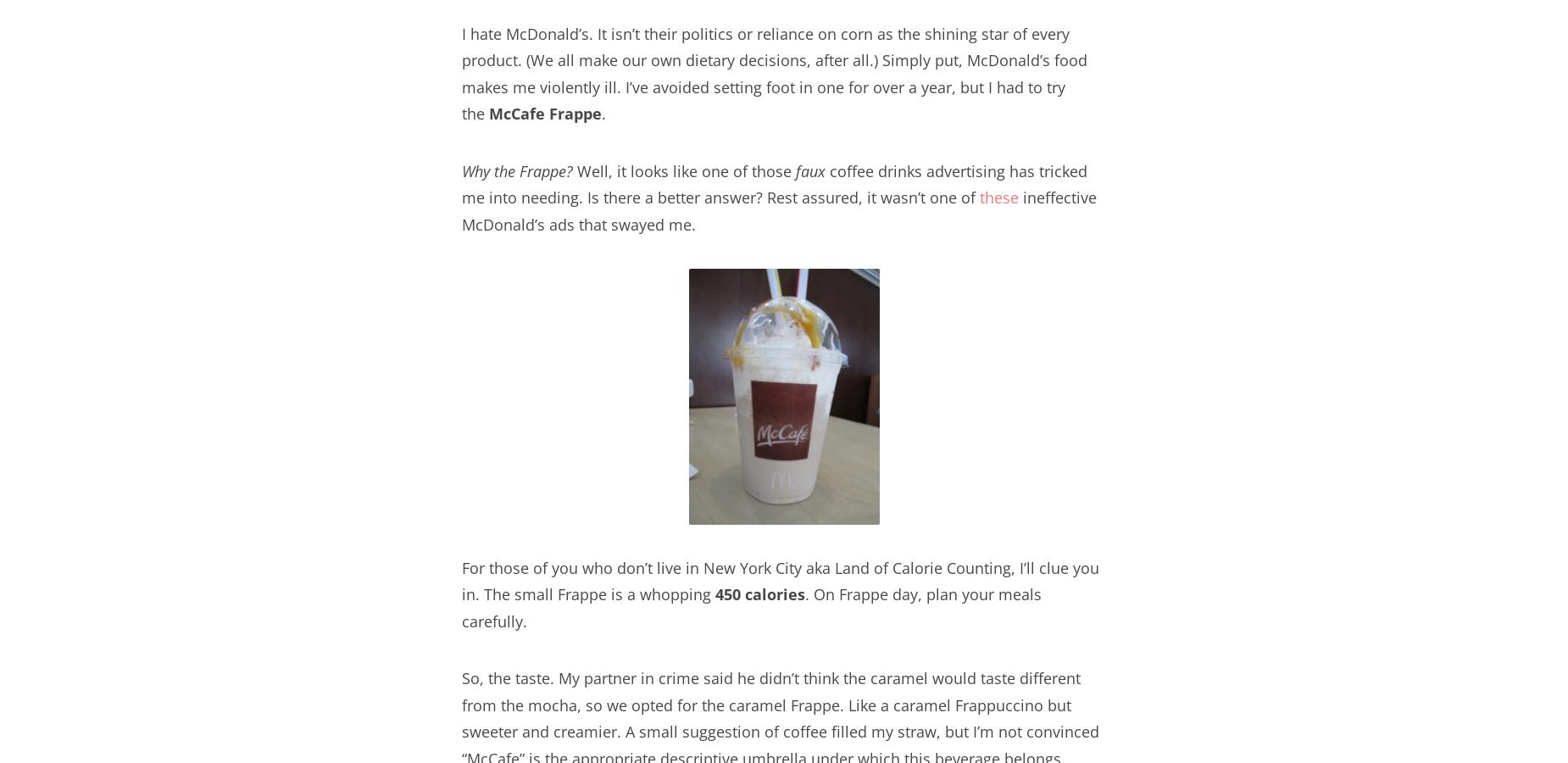  I want to click on 'Well, it looks like one of those', so click(684, 170).